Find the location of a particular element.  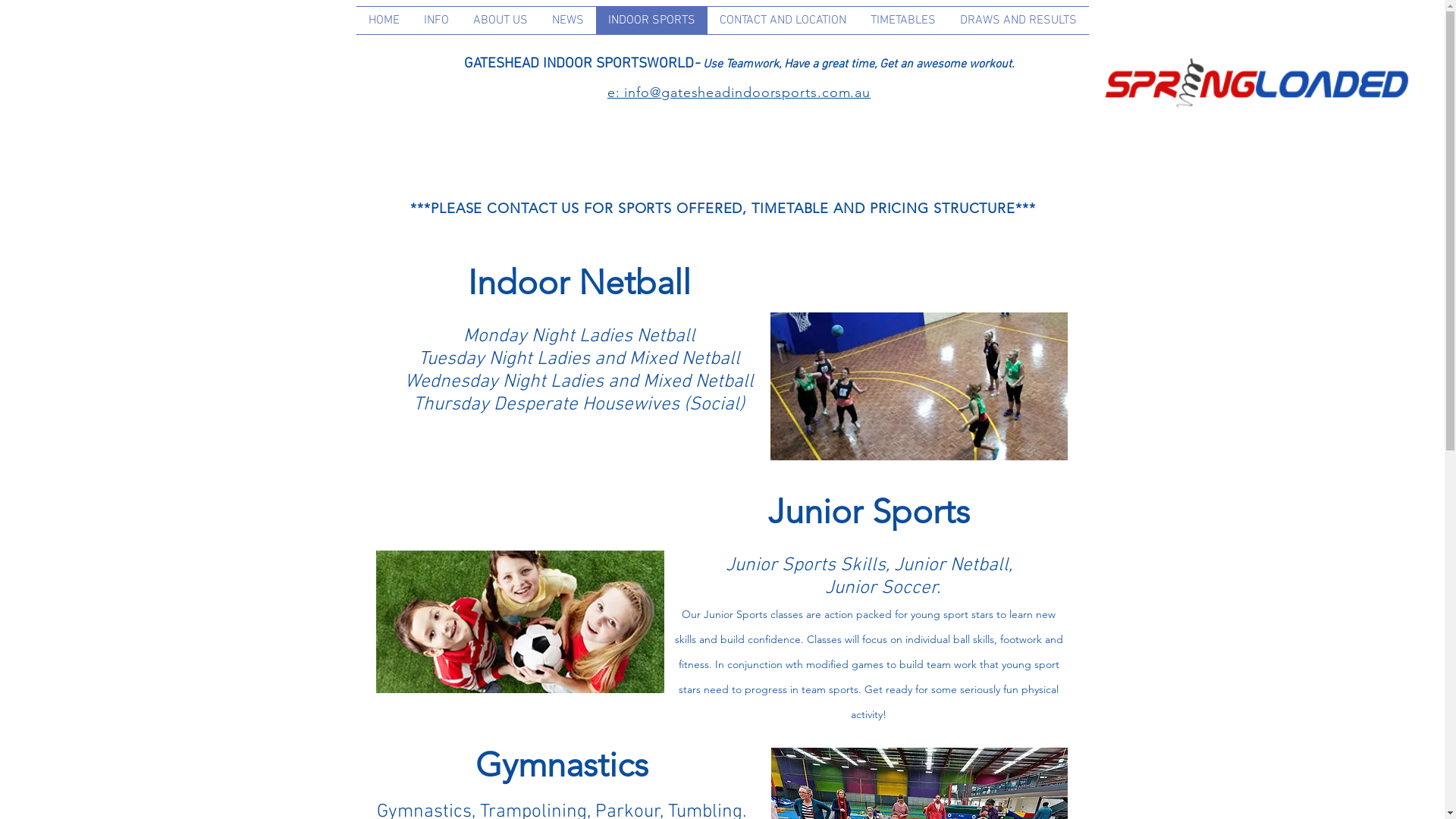

'NEWS' is located at coordinates (566, 20).